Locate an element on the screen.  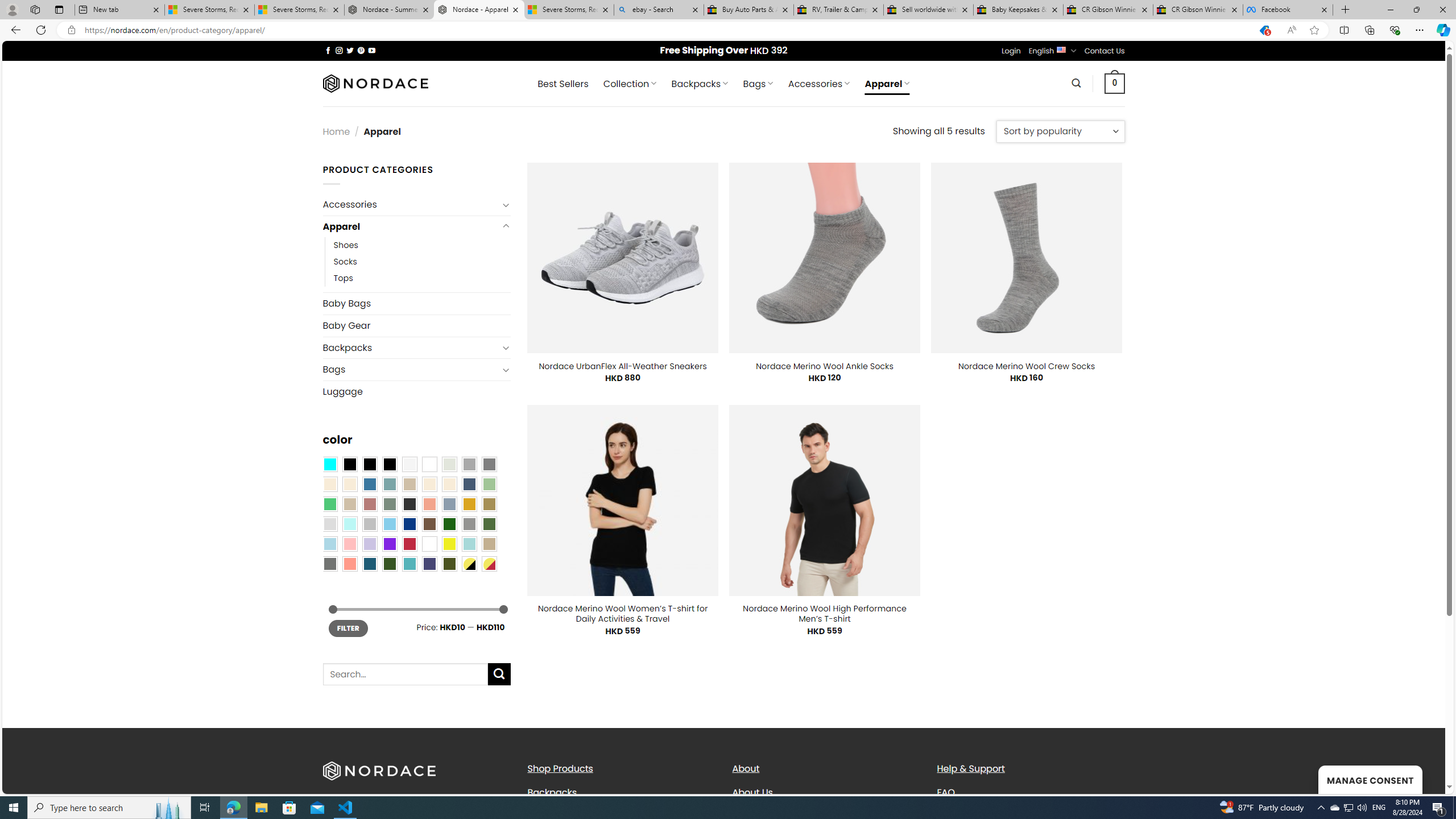
'English' is located at coordinates (1061, 49).